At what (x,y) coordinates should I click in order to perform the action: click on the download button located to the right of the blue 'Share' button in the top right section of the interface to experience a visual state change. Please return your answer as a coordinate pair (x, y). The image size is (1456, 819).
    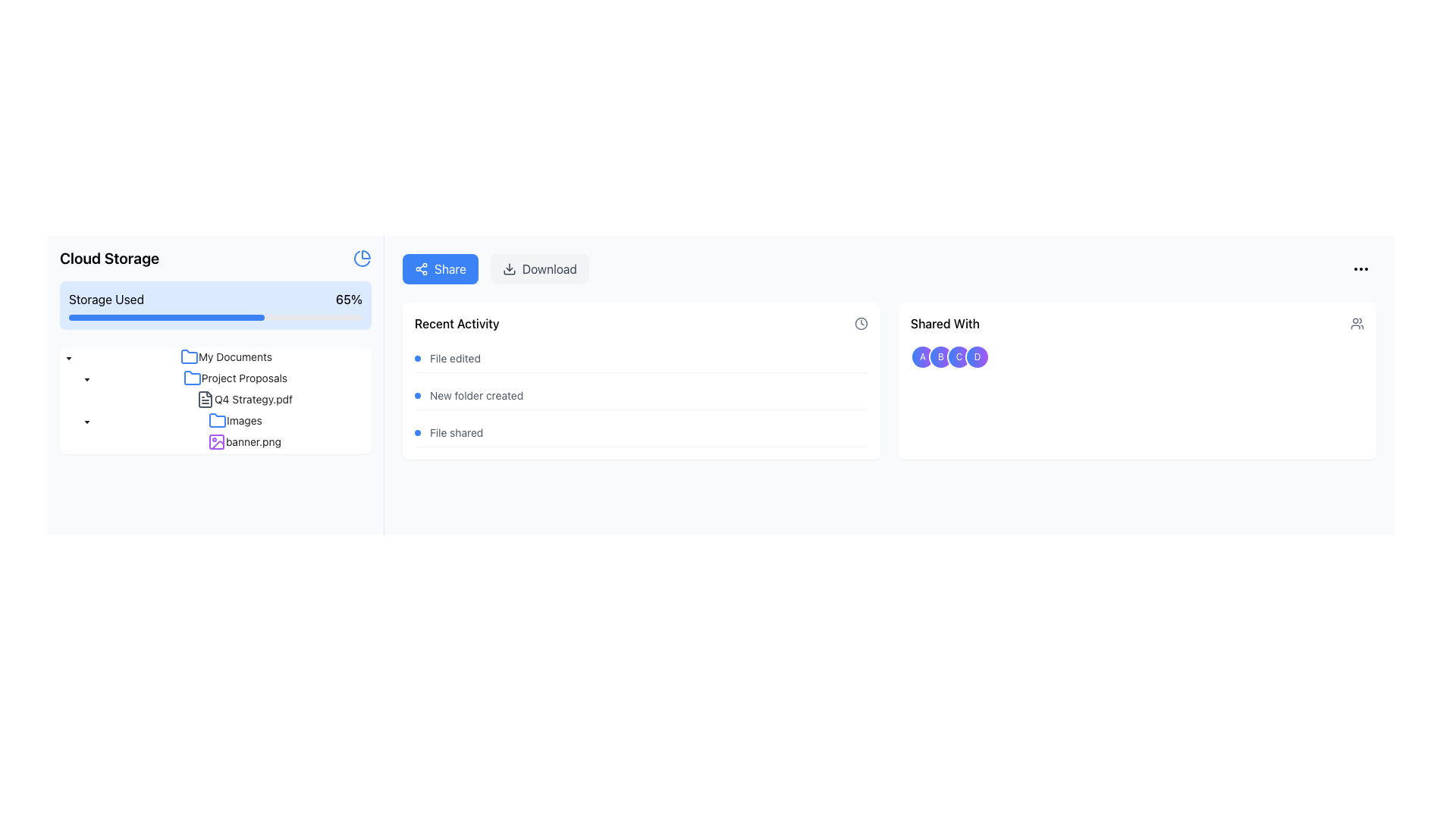
    Looking at the image, I should click on (539, 268).